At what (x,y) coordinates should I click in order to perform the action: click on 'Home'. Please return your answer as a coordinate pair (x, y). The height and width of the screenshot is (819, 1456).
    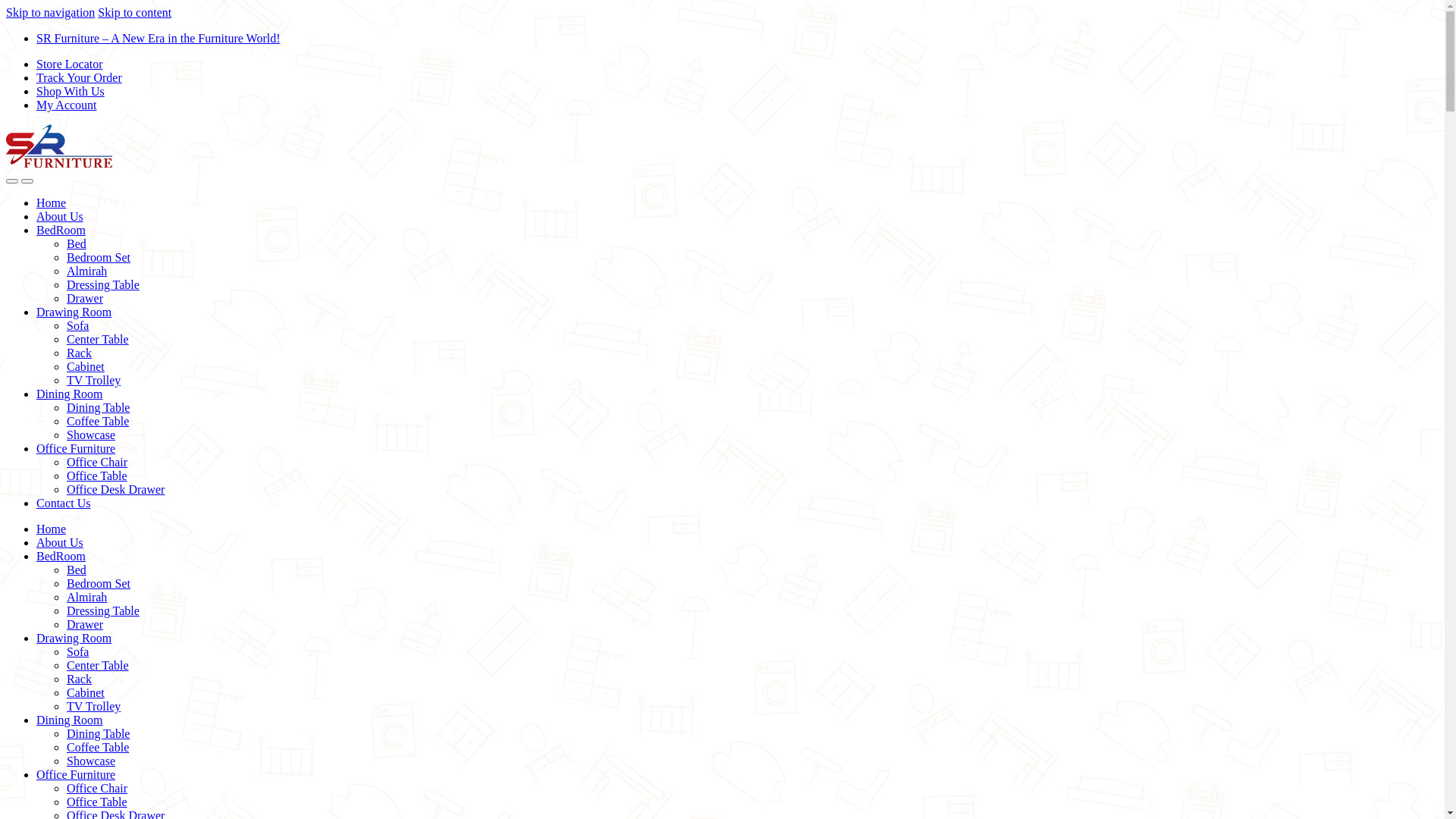
    Looking at the image, I should click on (51, 202).